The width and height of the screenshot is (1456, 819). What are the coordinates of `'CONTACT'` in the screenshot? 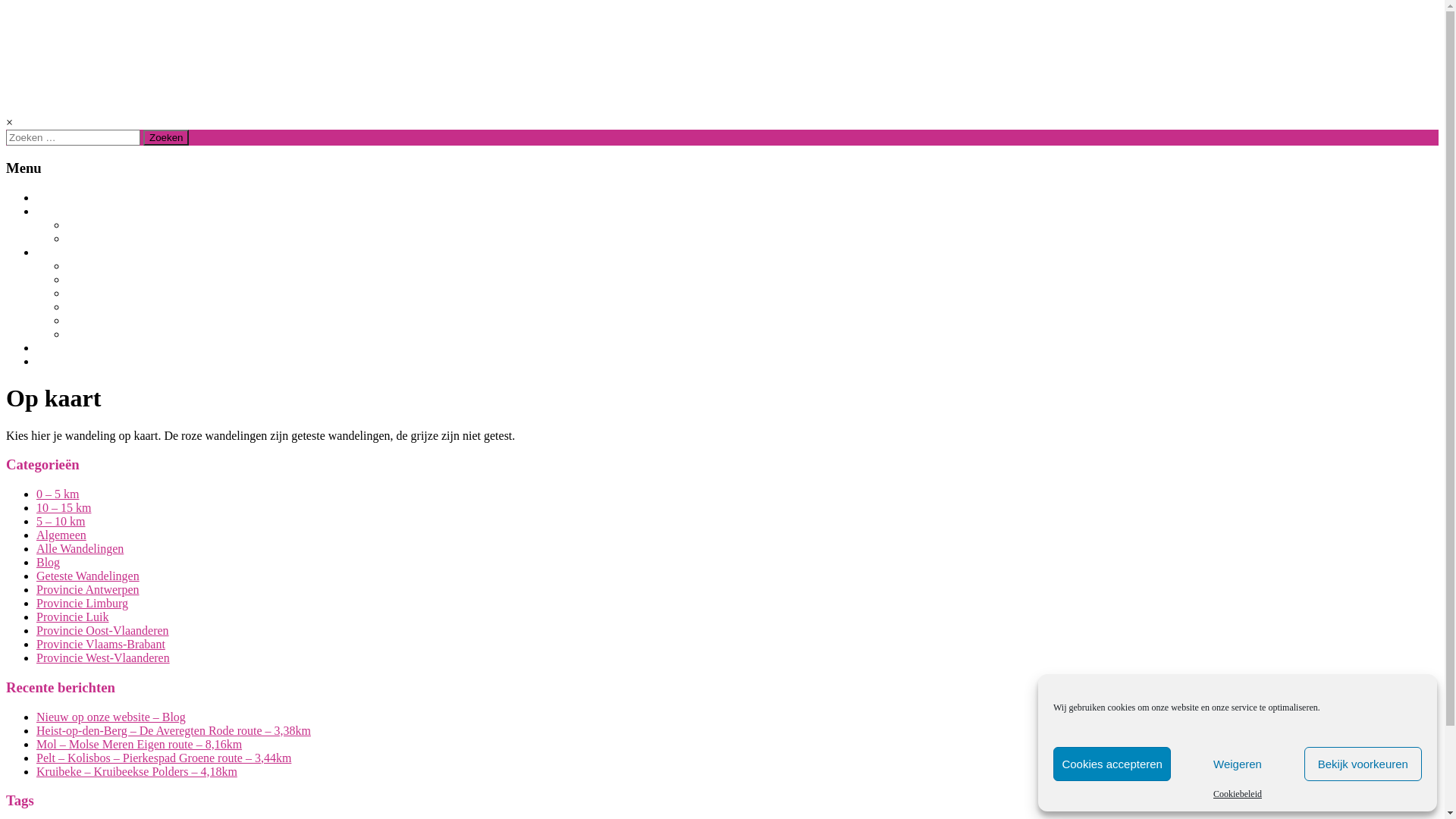 It's located at (36, 362).